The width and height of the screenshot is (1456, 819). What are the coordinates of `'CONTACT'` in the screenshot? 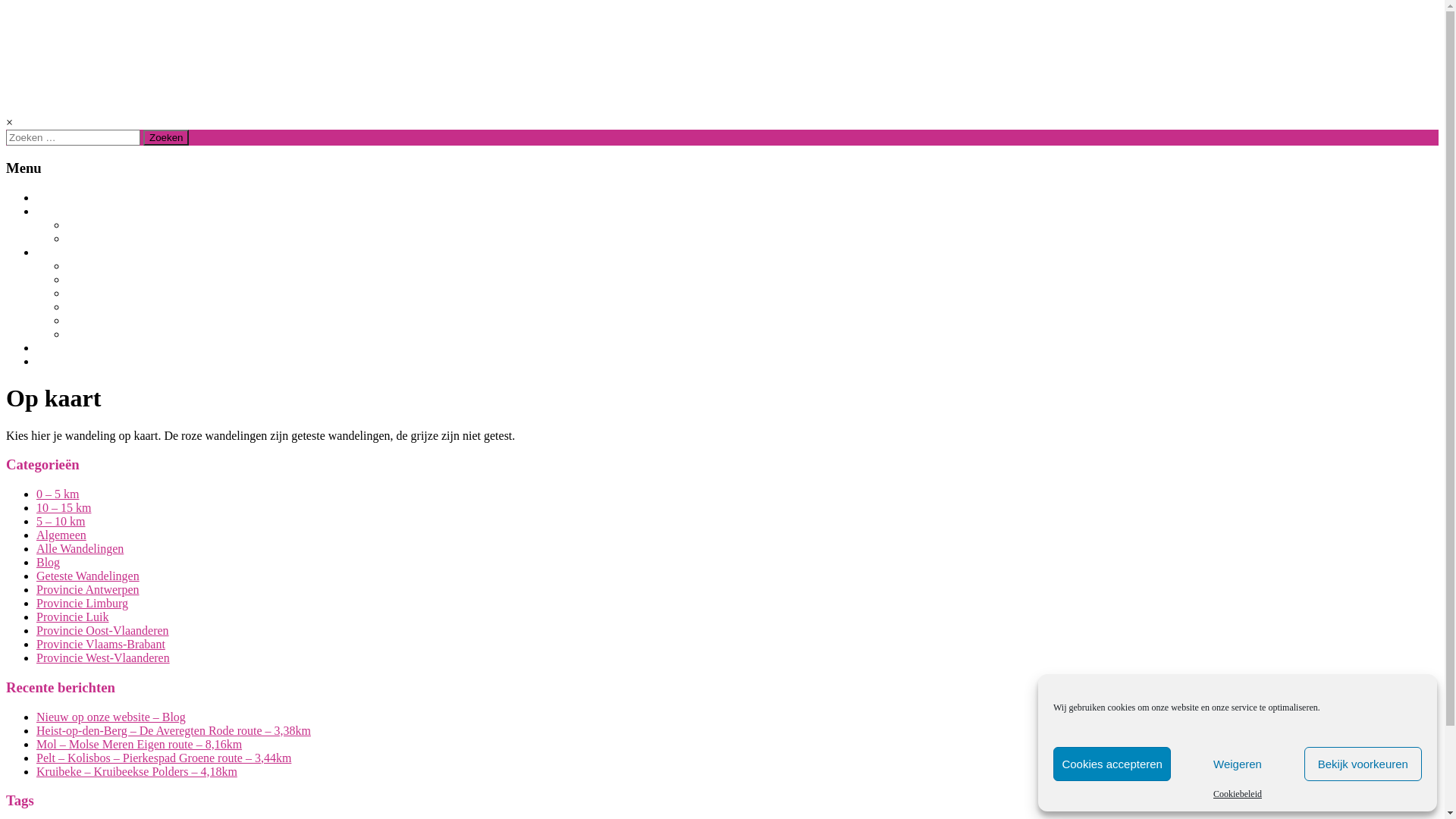 It's located at (36, 362).